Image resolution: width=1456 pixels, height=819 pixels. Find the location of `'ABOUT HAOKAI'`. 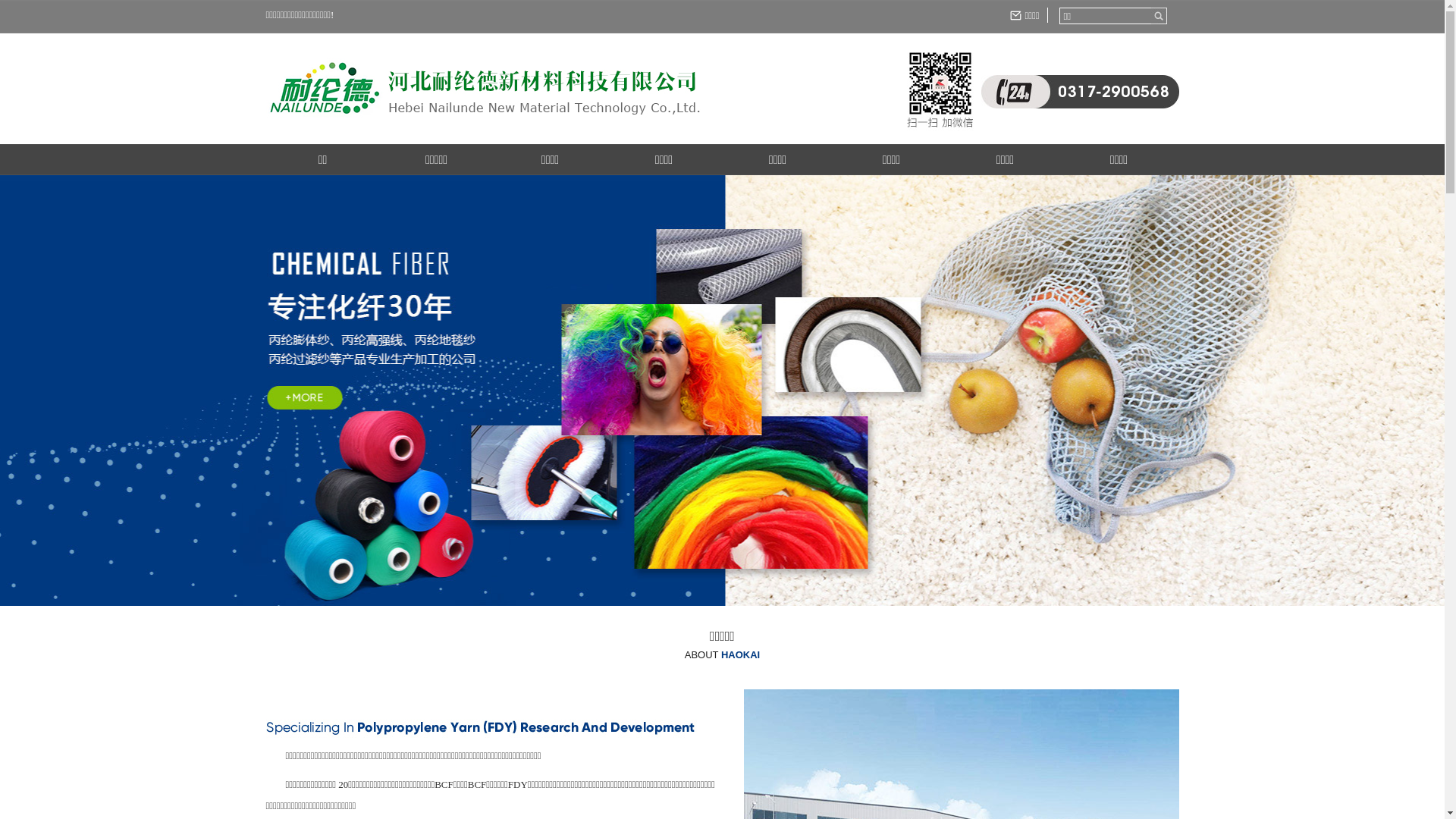

'ABOUT HAOKAI' is located at coordinates (720, 654).